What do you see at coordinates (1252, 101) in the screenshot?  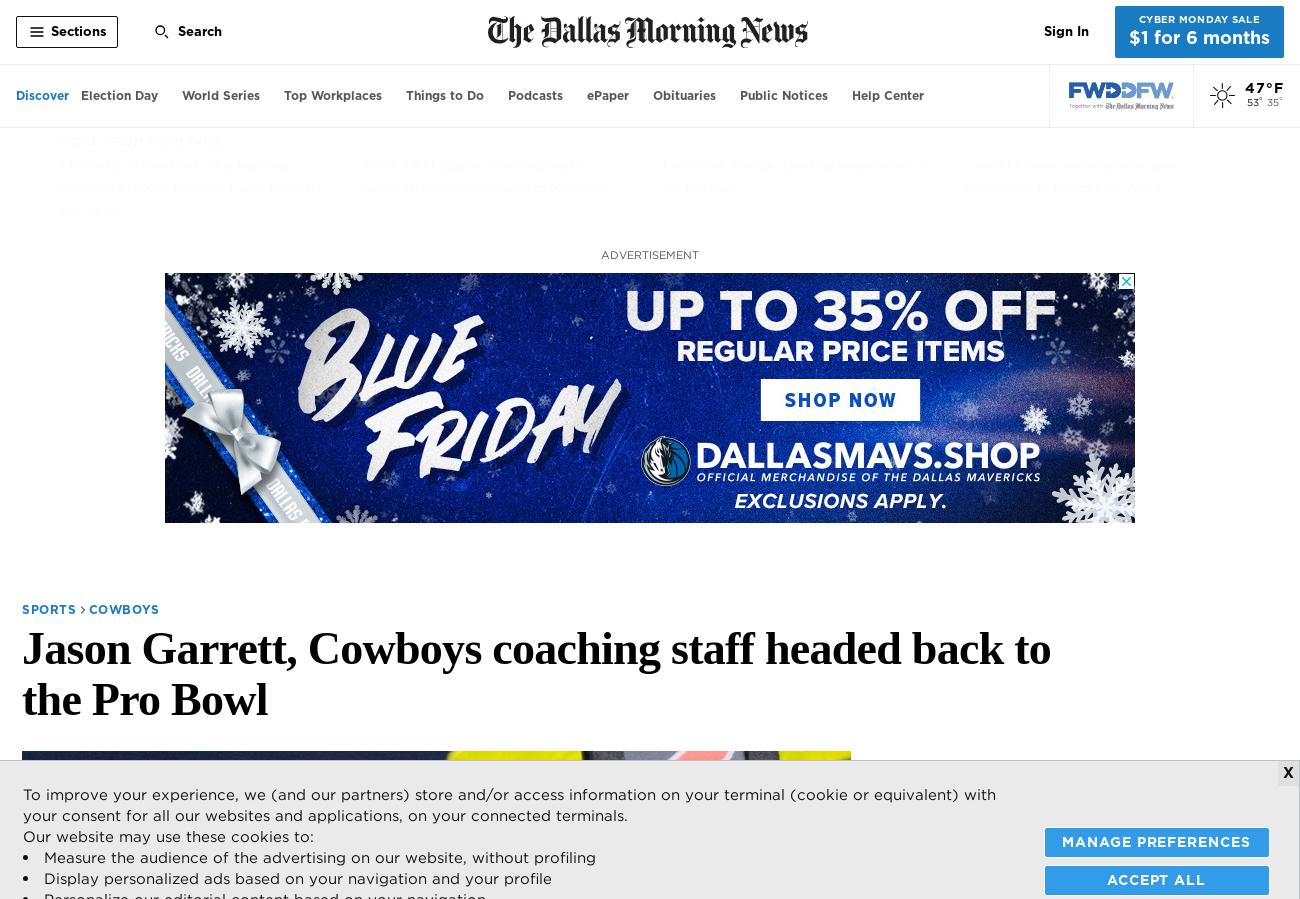 I see `'53'` at bounding box center [1252, 101].